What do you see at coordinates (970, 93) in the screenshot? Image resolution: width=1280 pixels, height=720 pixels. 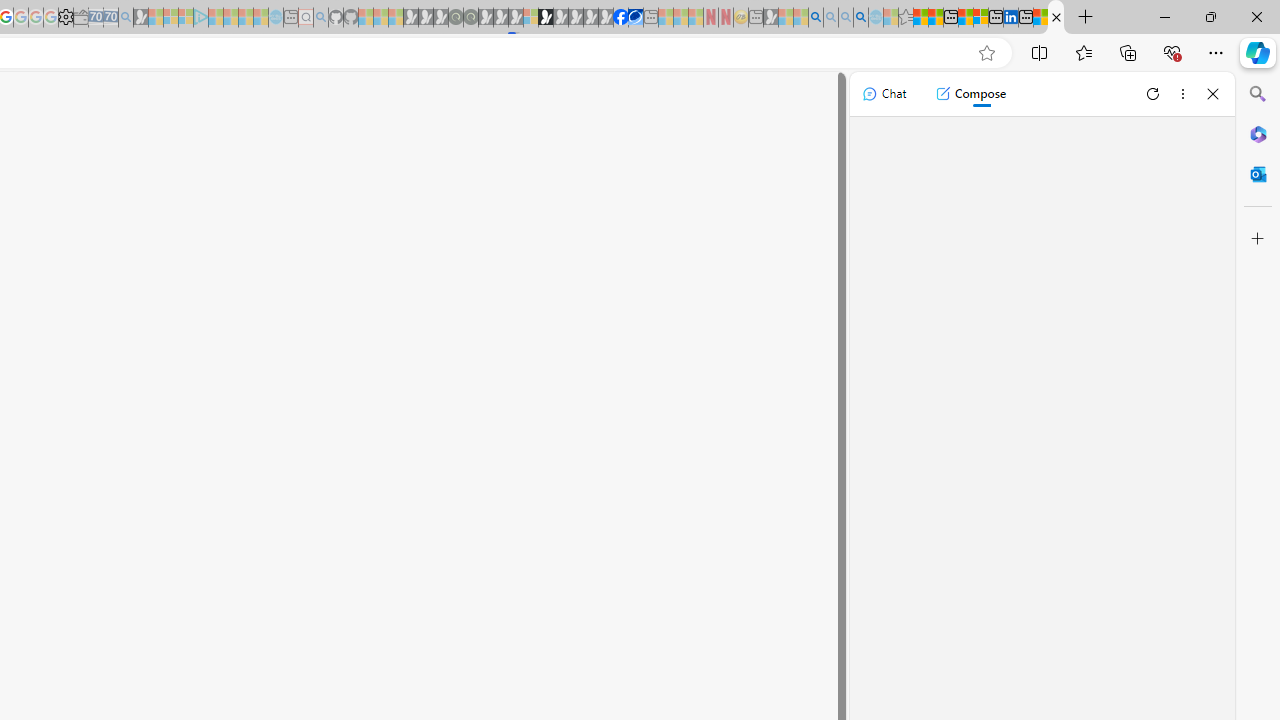 I see `'Compose'` at bounding box center [970, 93].